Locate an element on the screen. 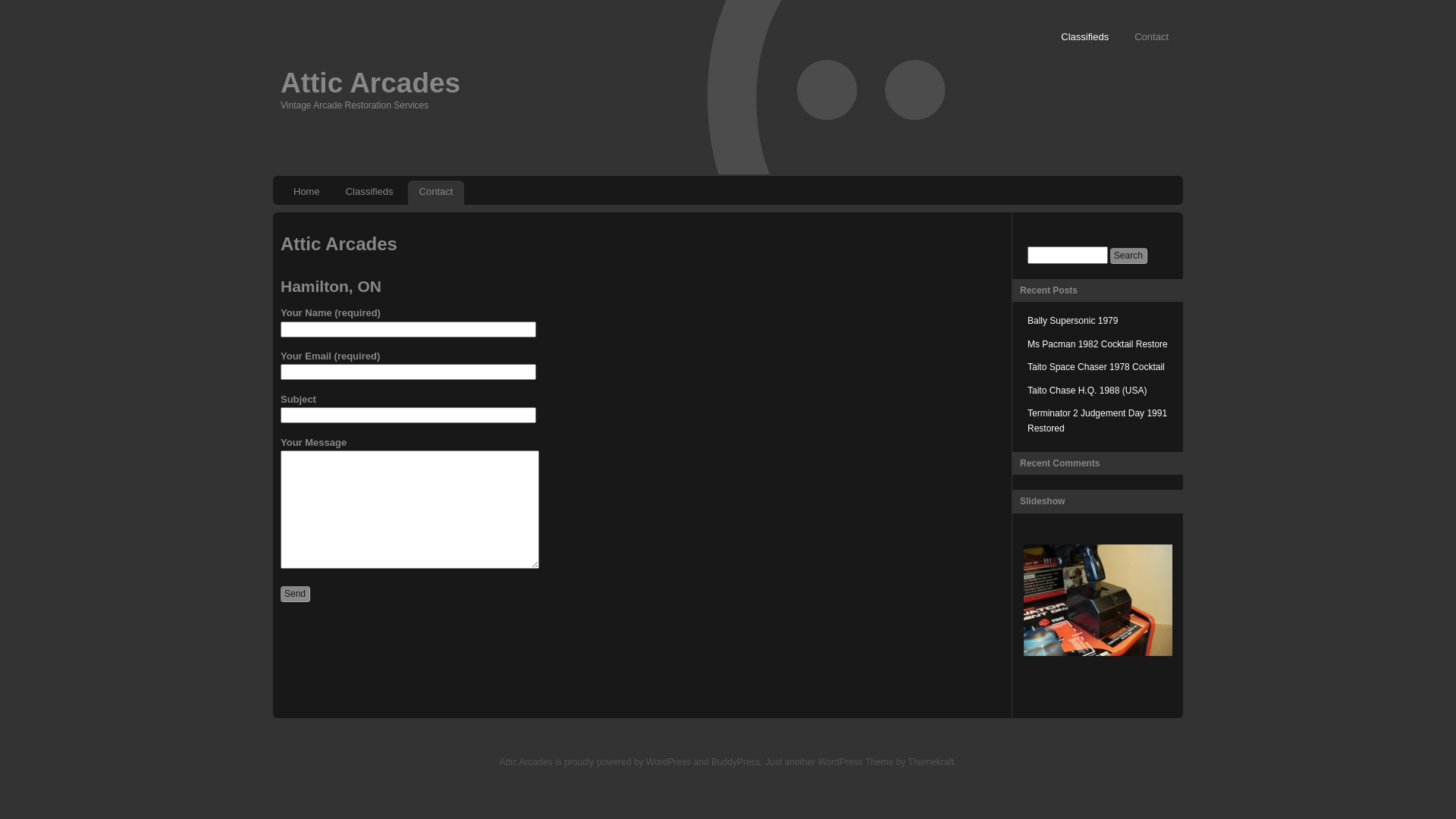 This screenshot has height=819, width=1456. 'Home' is located at coordinates (282, 192).